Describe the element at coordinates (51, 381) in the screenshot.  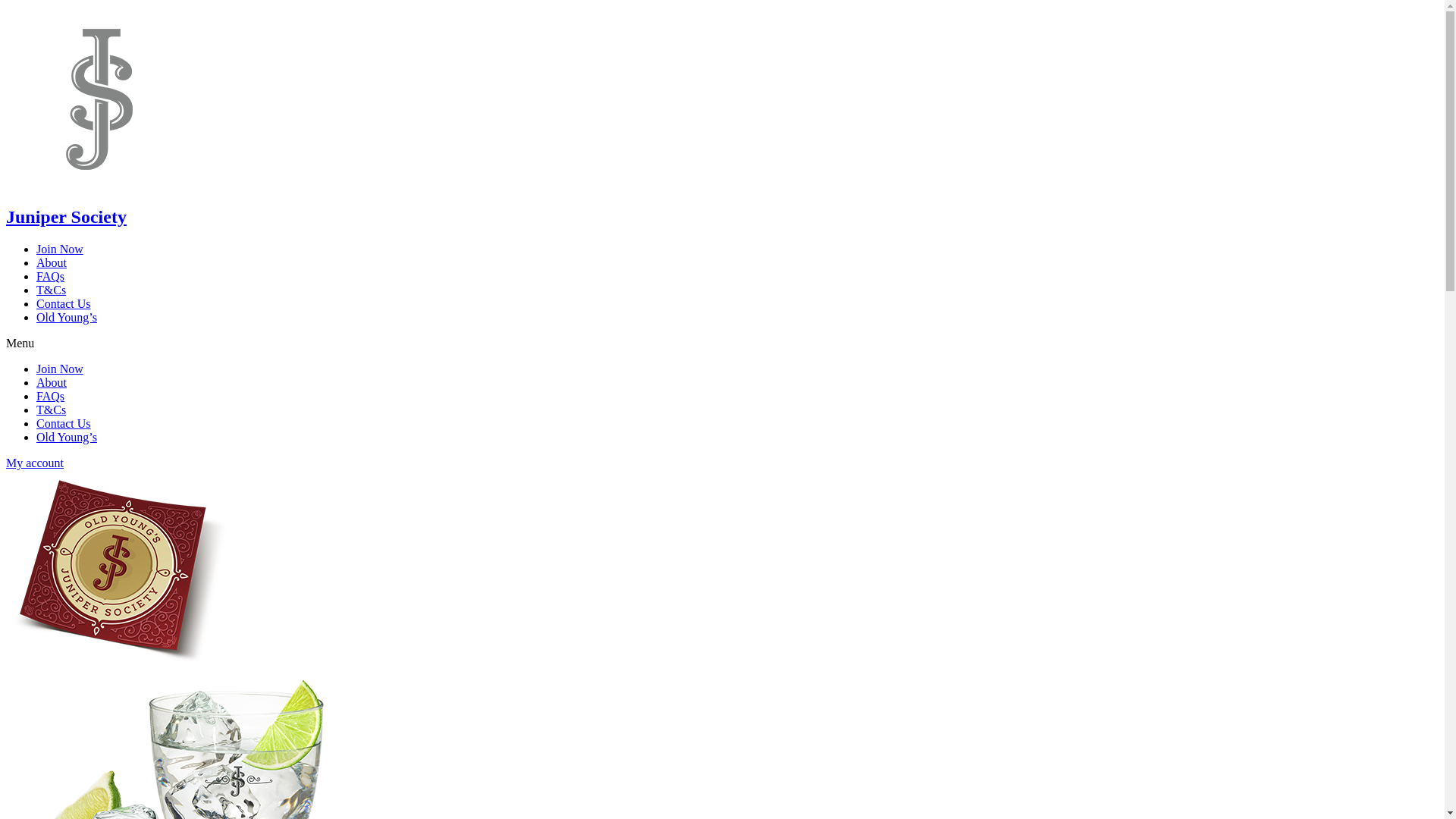
I see `'About'` at that location.